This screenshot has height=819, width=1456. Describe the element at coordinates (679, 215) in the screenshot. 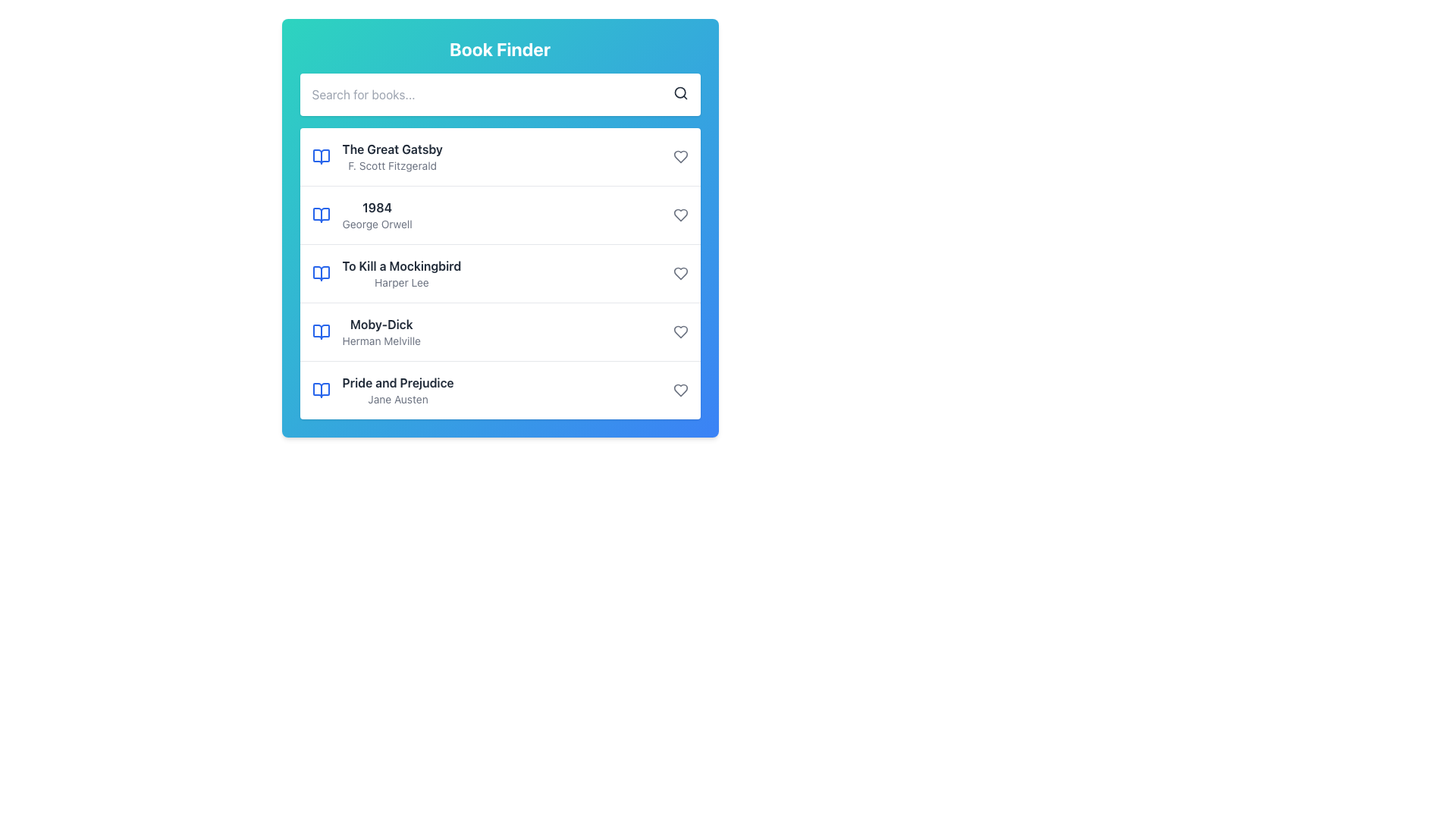

I see `the heart-shaped icon button with a gray outline and white fill, located to the right of the text '1984' by George Orwell` at that location.